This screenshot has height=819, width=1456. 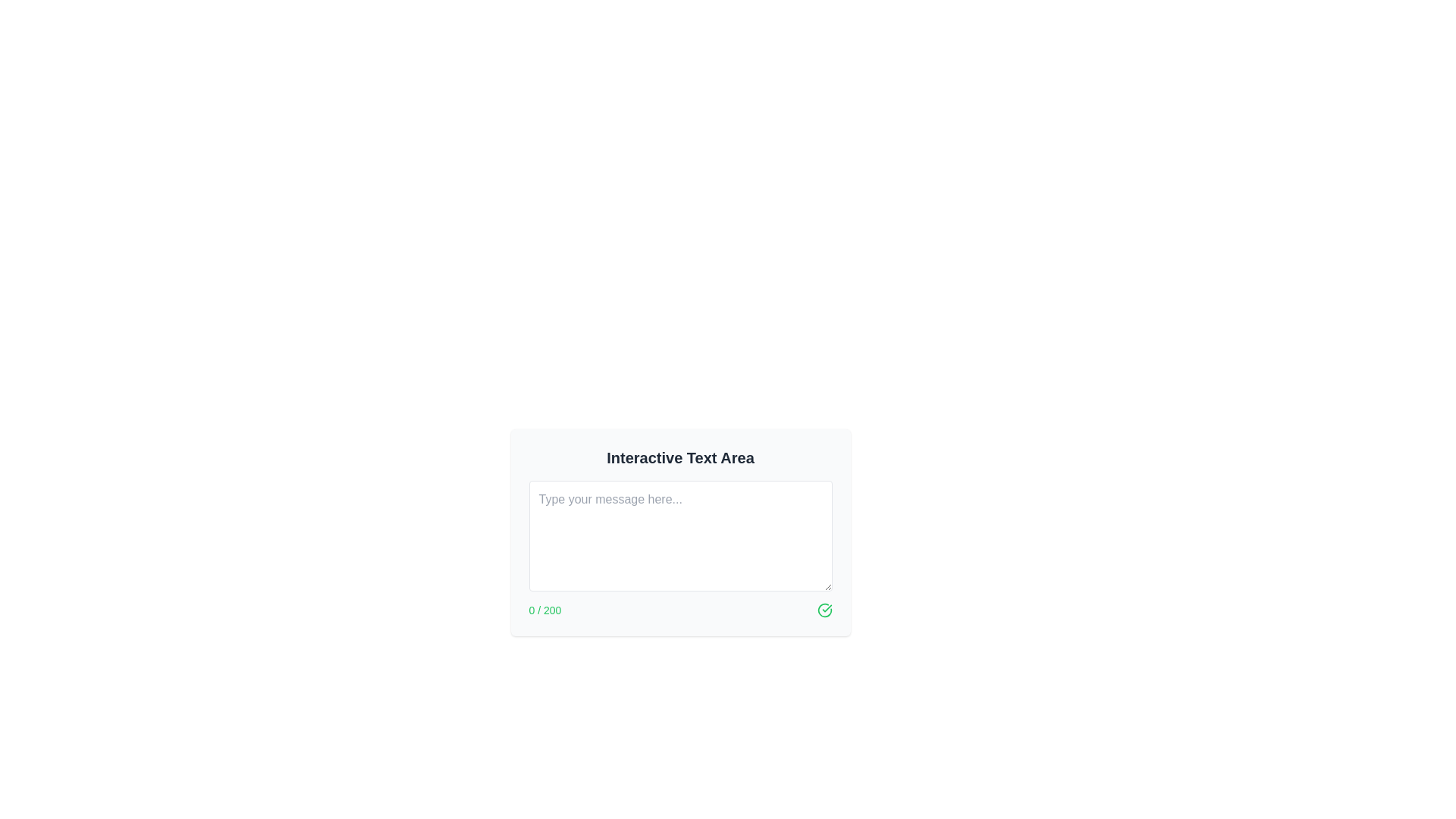 I want to click on the bold text labeled 'Interactive Text Area' located at the top of a card component, so click(x=679, y=457).